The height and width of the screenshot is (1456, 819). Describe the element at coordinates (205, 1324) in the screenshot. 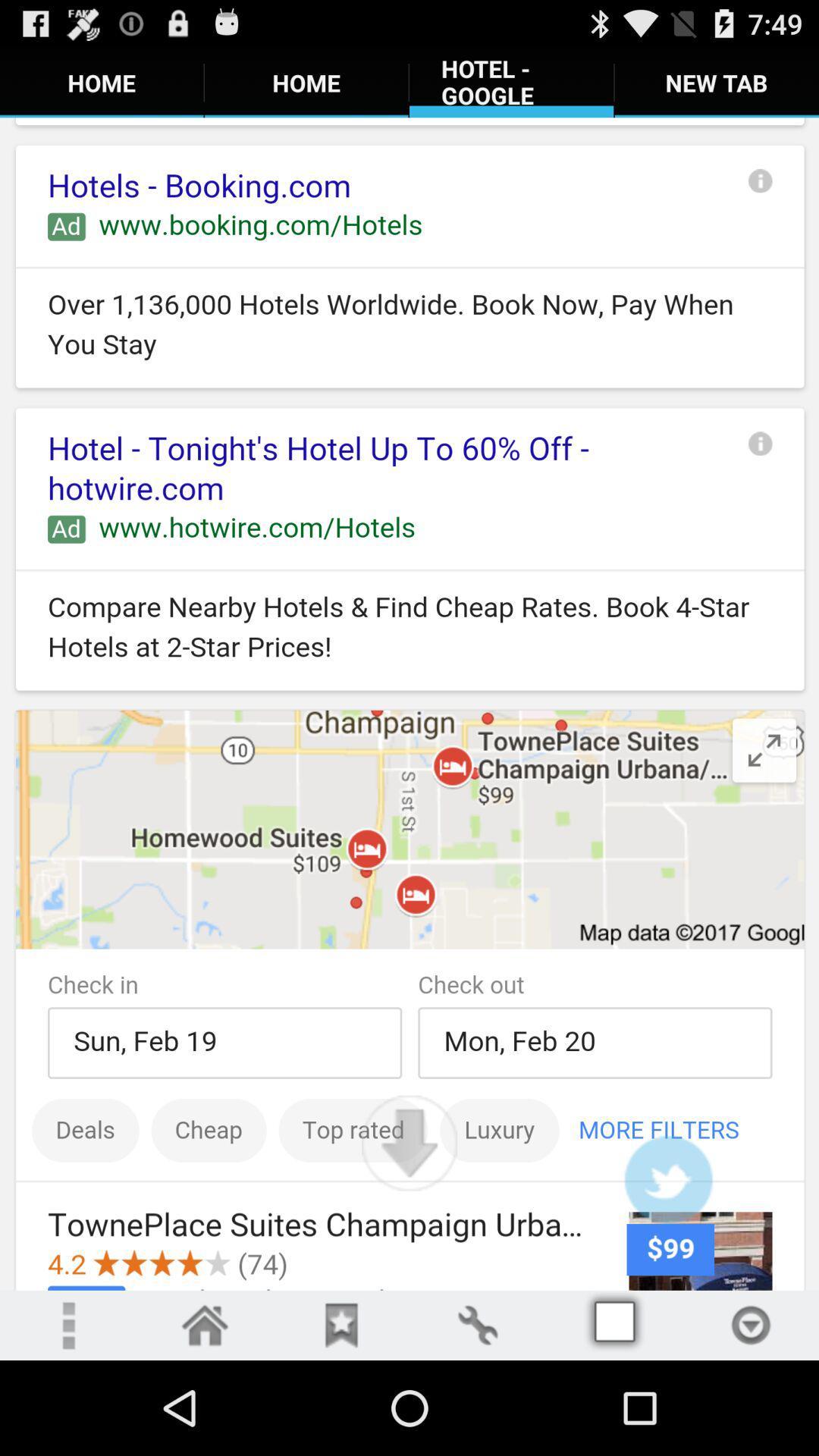

I see `home button` at that location.